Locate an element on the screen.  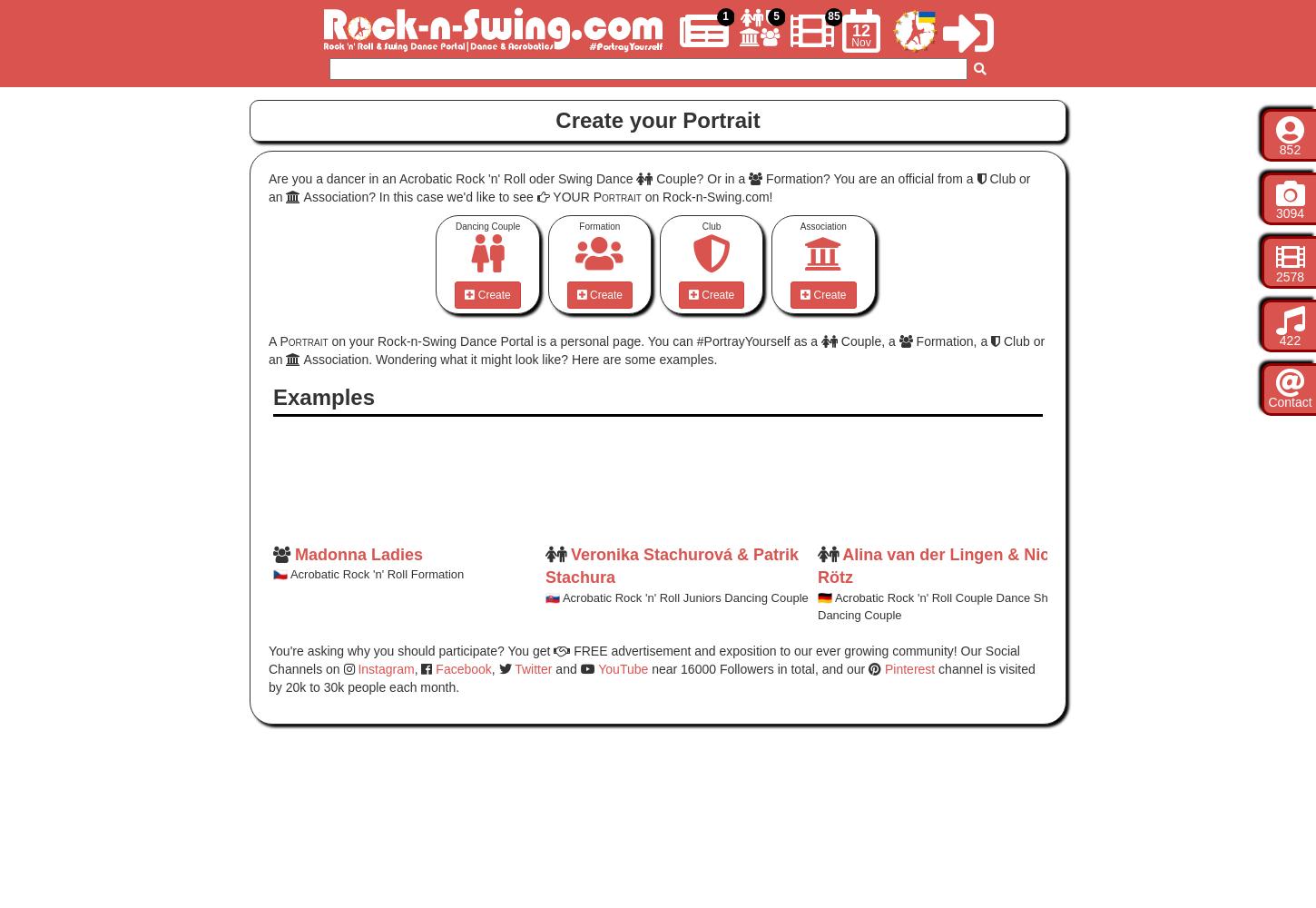
'Formation? You are an official from a' is located at coordinates (869, 178).